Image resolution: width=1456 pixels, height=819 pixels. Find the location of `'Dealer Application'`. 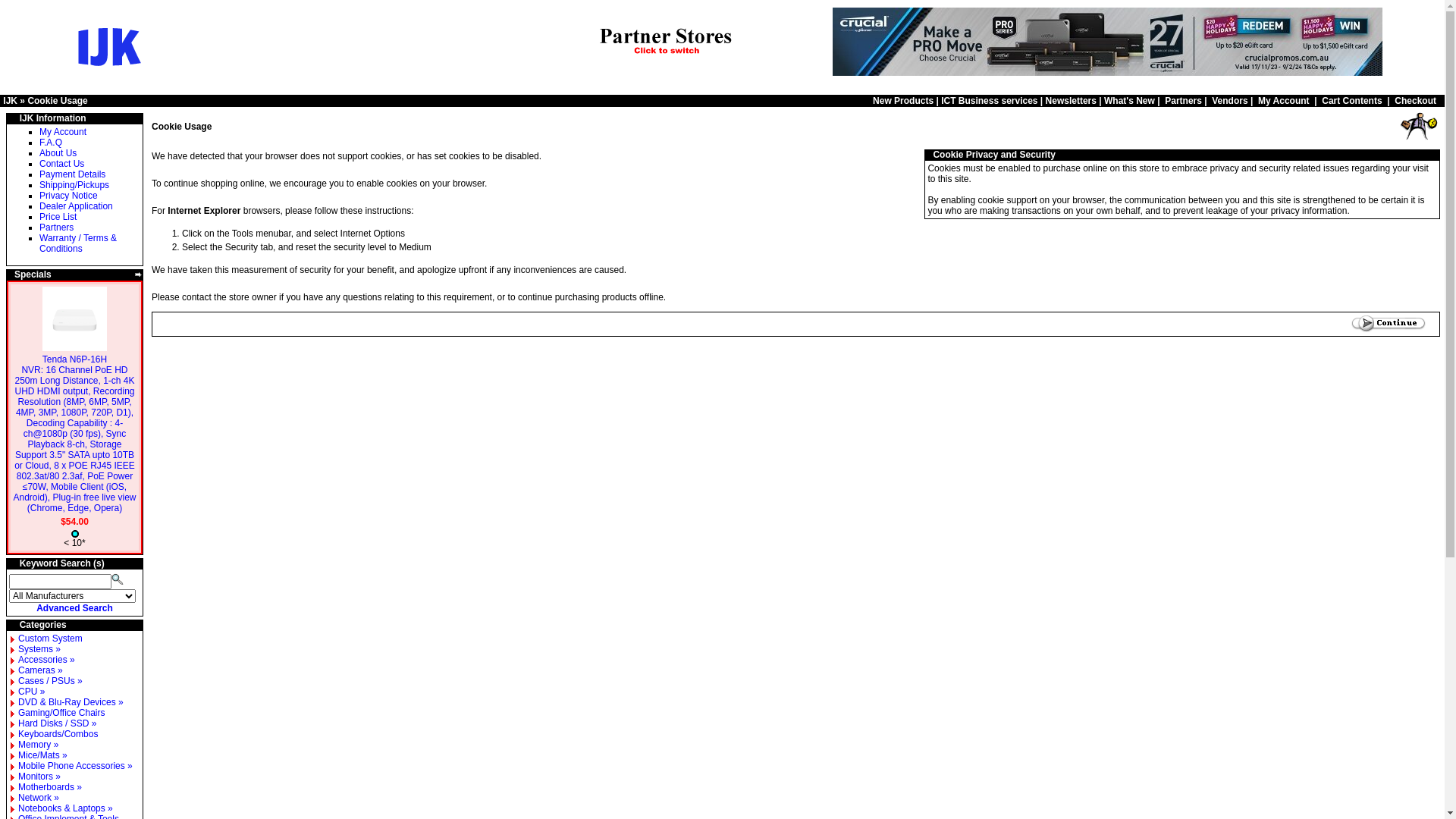

'Dealer Application' is located at coordinates (39, 206).